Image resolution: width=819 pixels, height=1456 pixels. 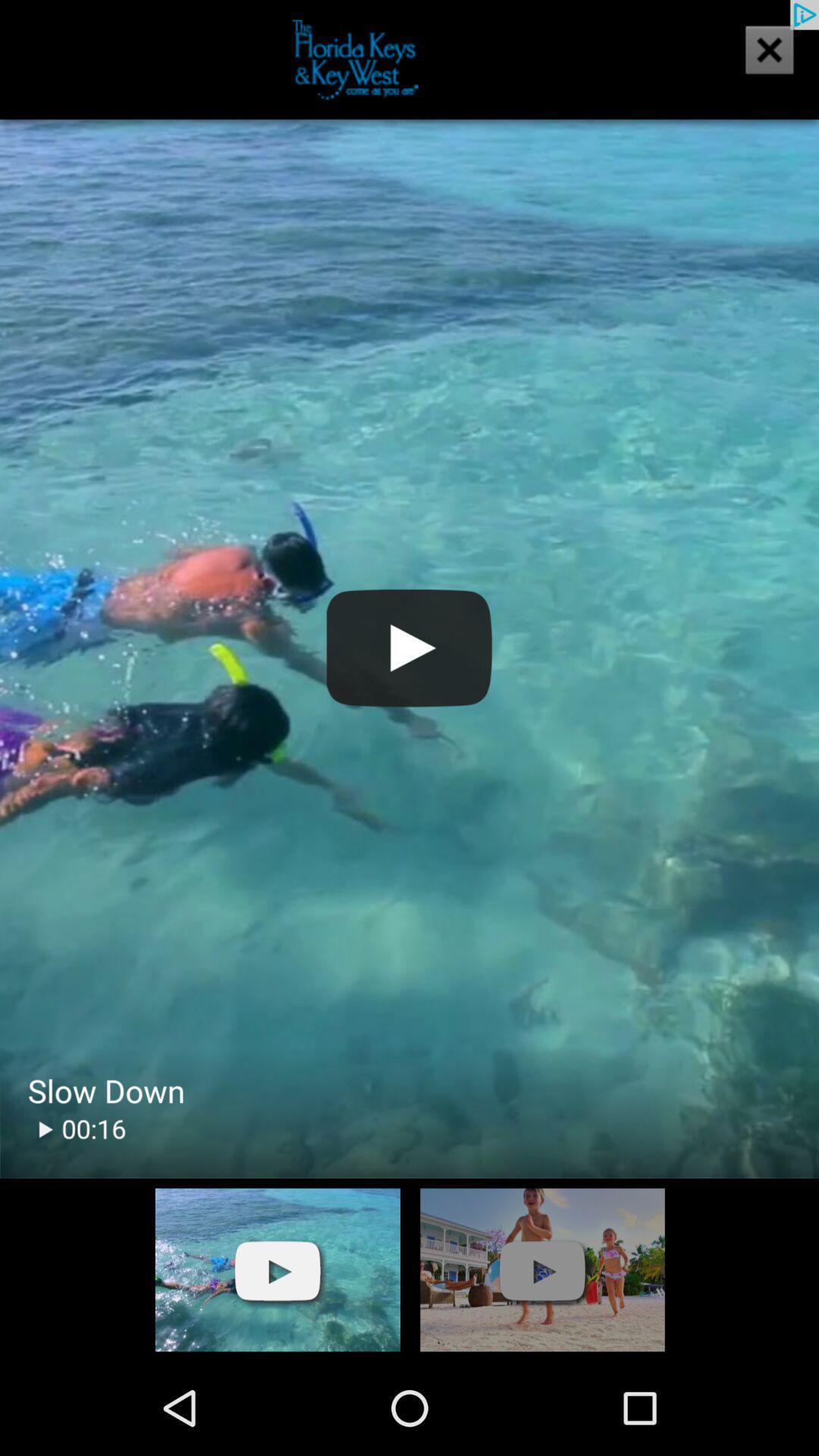 I want to click on the close icon, so click(x=769, y=53).